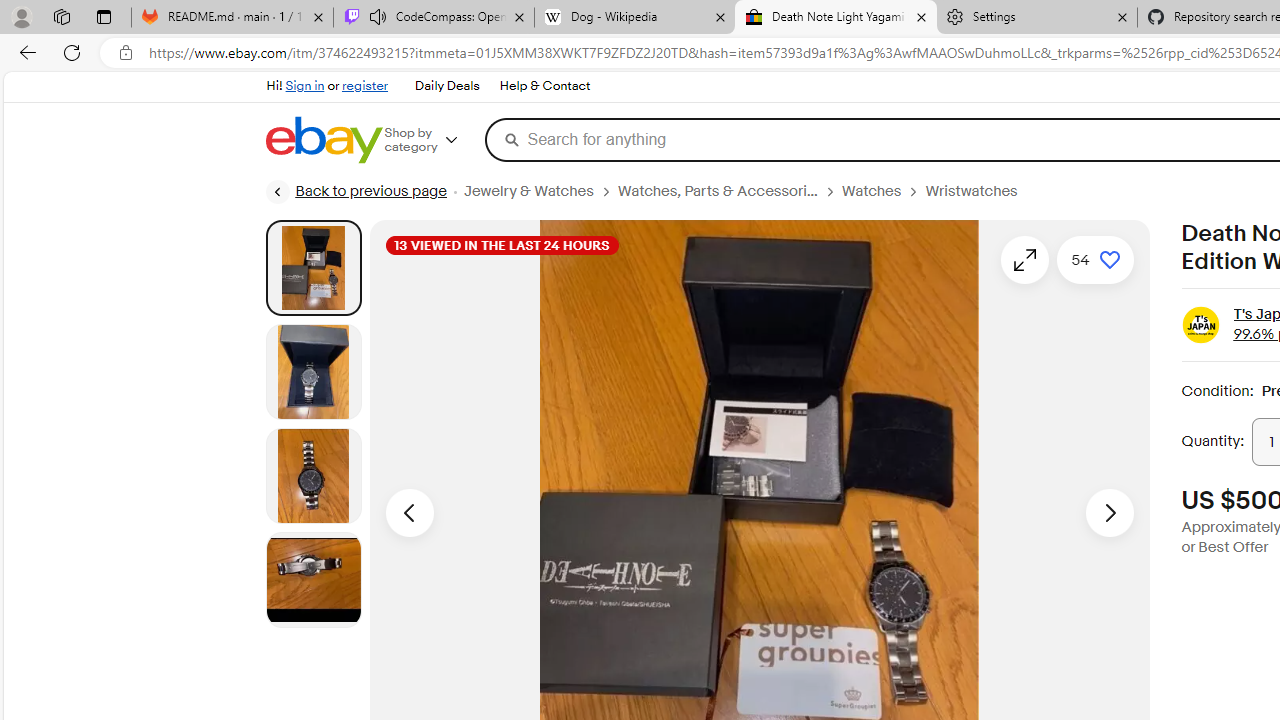 The height and width of the screenshot is (720, 1280). I want to click on 'Help & Contact', so click(544, 85).